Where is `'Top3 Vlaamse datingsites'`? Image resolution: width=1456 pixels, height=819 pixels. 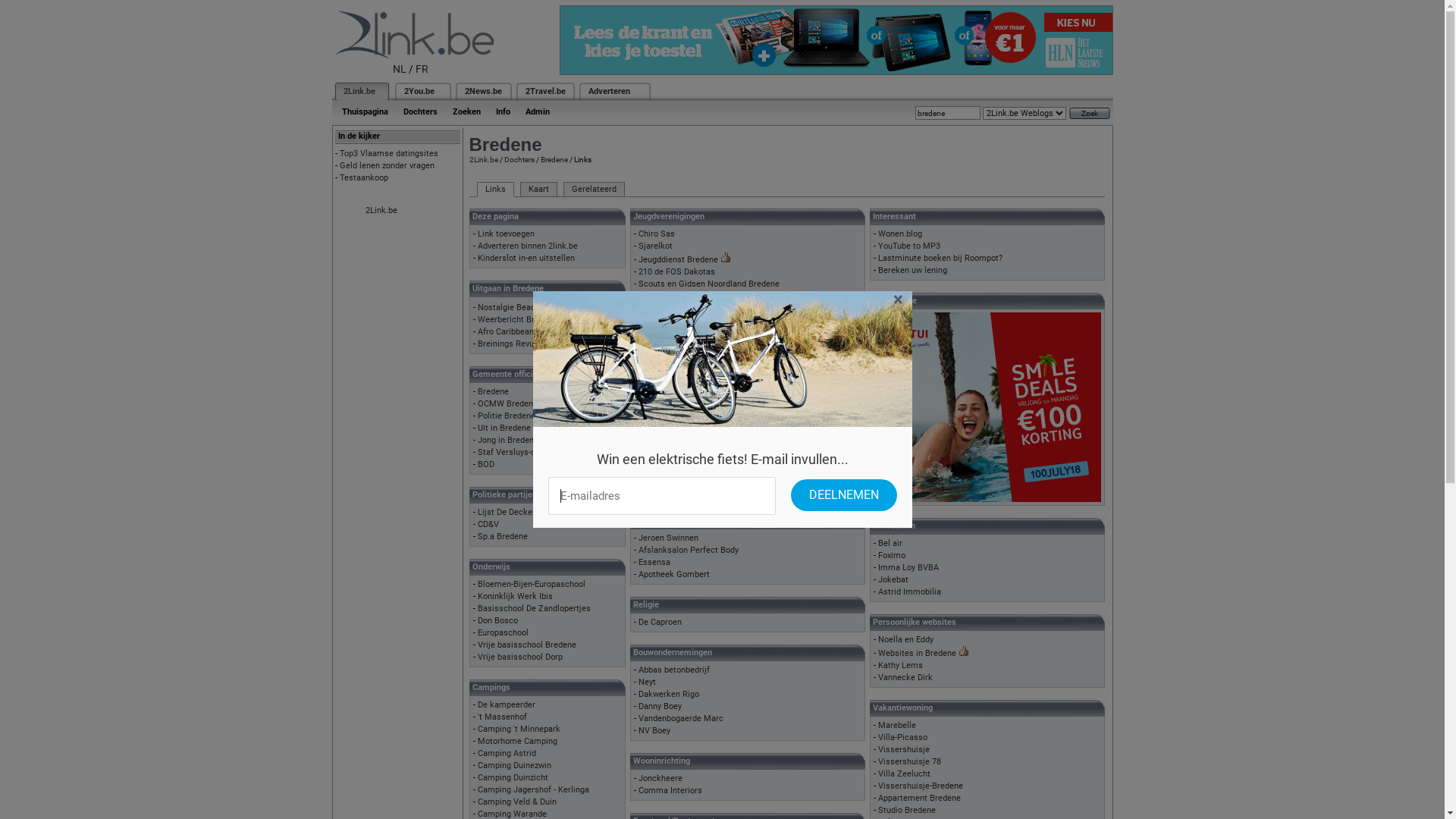
'Top3 Vlaamse datingsites' is located at coordinates (389, 153).